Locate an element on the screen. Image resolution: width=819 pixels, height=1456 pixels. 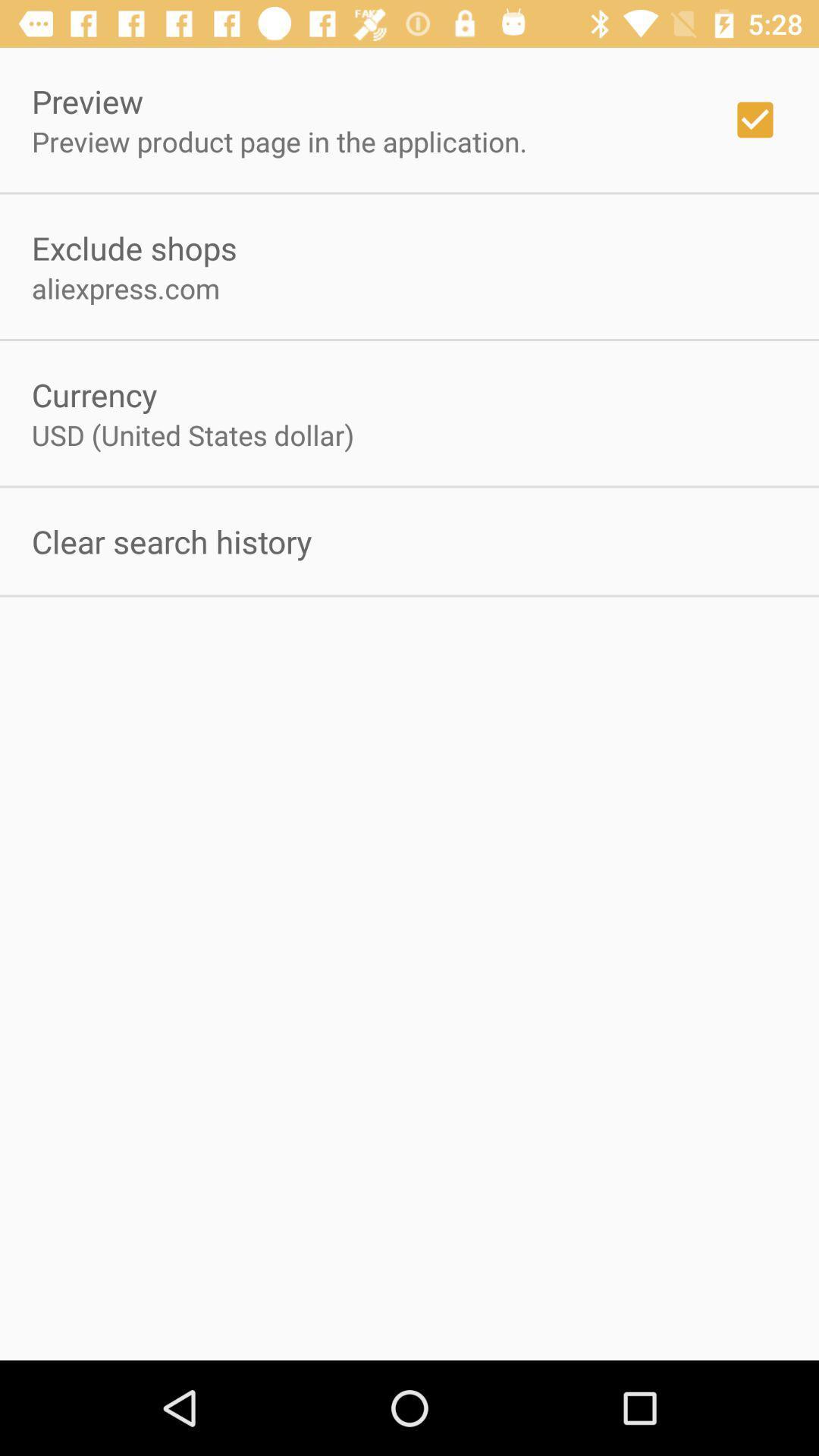
the item above the usd united states icon is located at coordinates (94, 394).